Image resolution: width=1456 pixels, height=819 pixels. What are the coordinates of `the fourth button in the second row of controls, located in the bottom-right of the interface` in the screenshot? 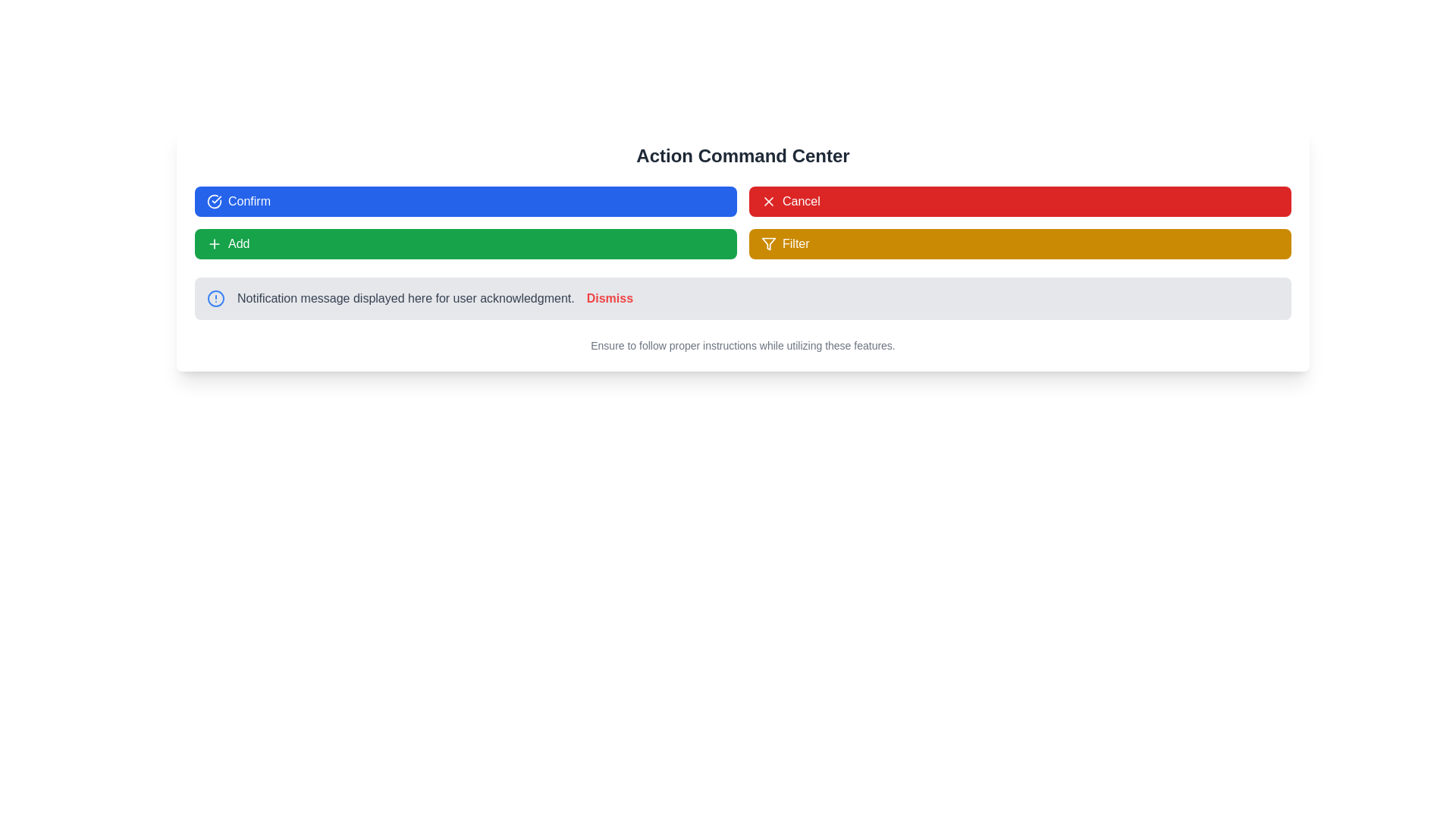 It's located at (1020, 243).